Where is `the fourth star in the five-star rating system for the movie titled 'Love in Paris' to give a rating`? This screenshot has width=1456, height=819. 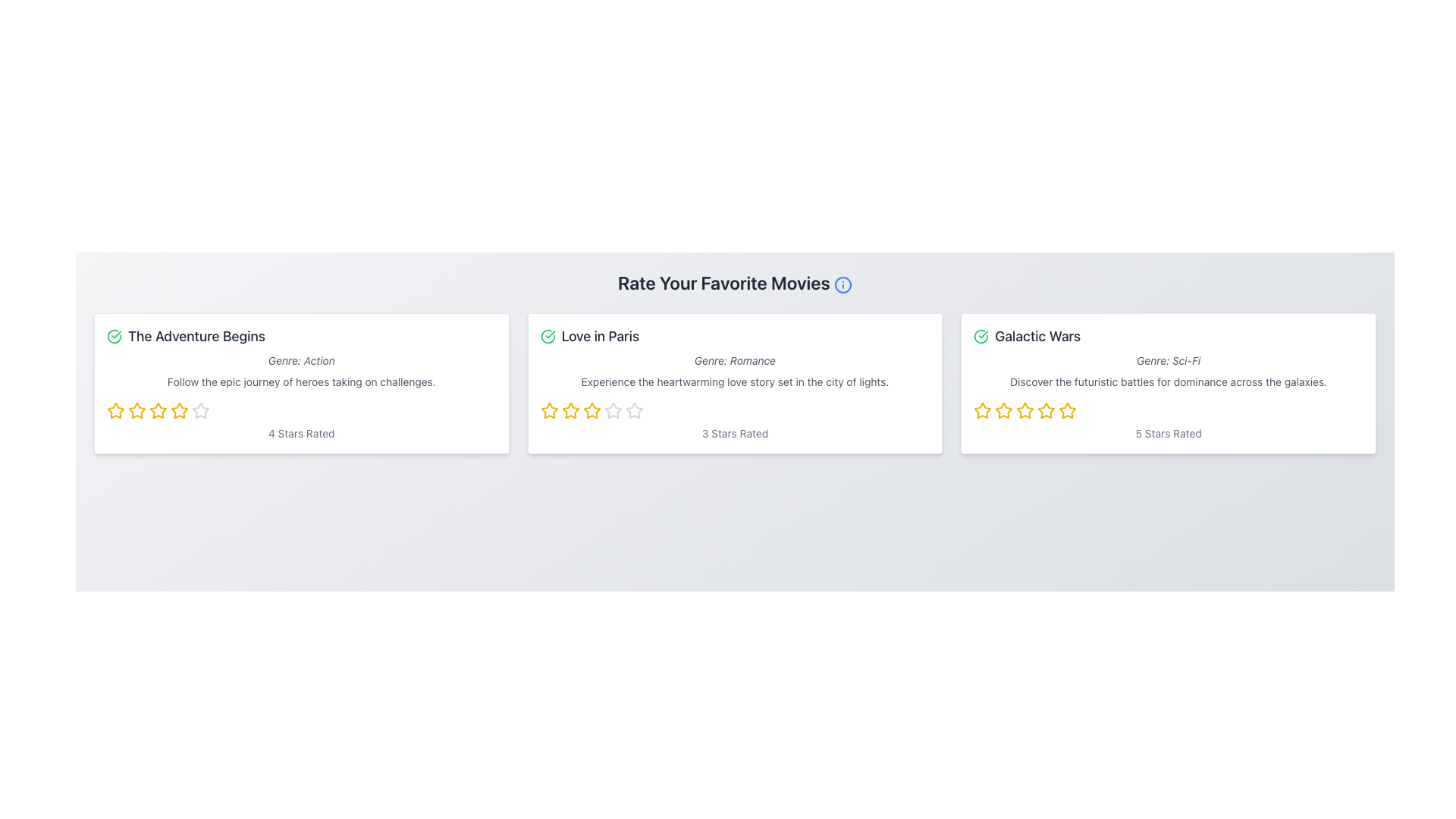
the fourth star in the five-star rating system for the movie titled 'Love in Paris' to give a rating is located at coordinates (591, 411).